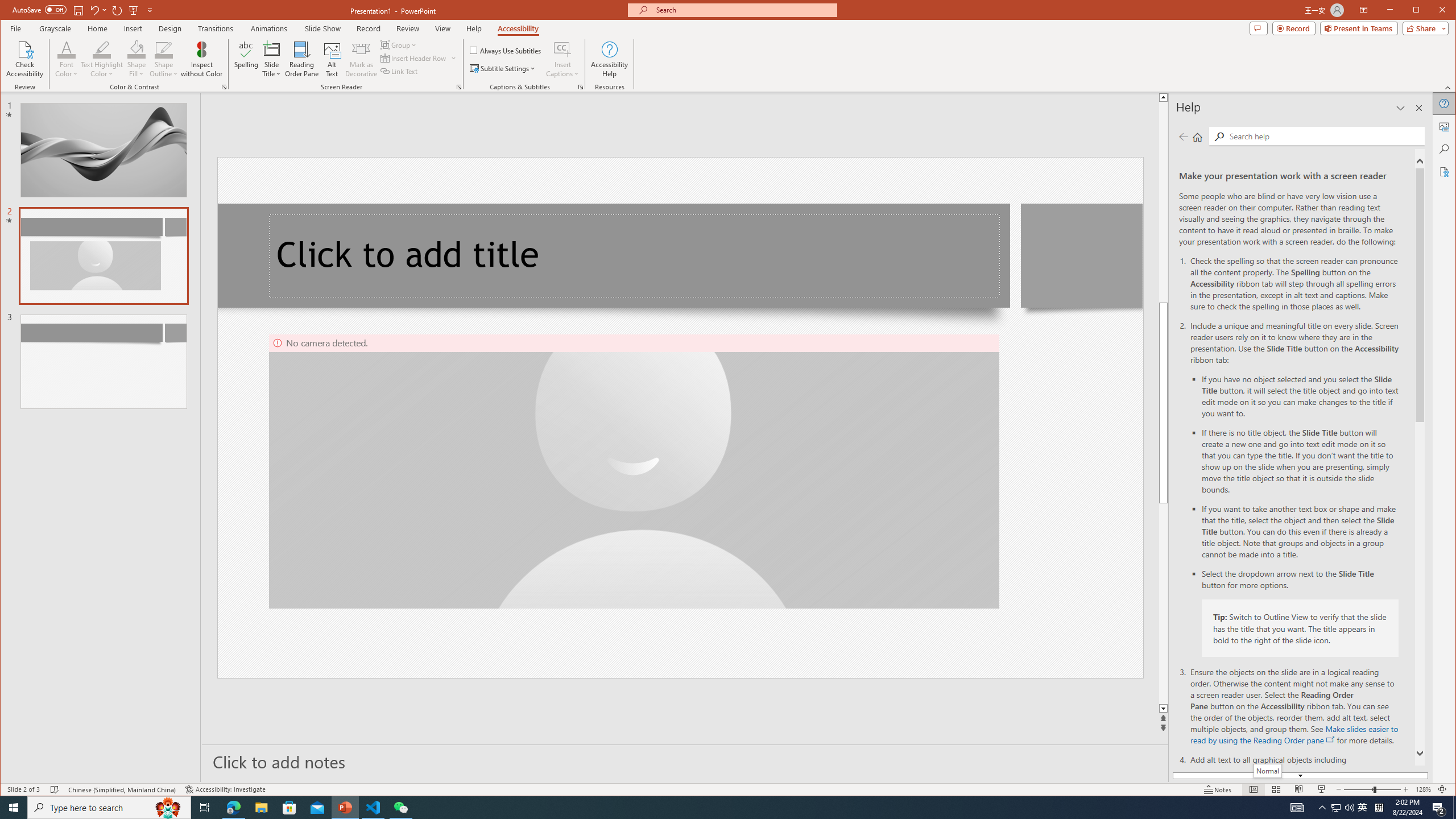  What do you see at coordinates (442, 28) in the screenshot?
I see `'View'` at bounding box center [442, 28].